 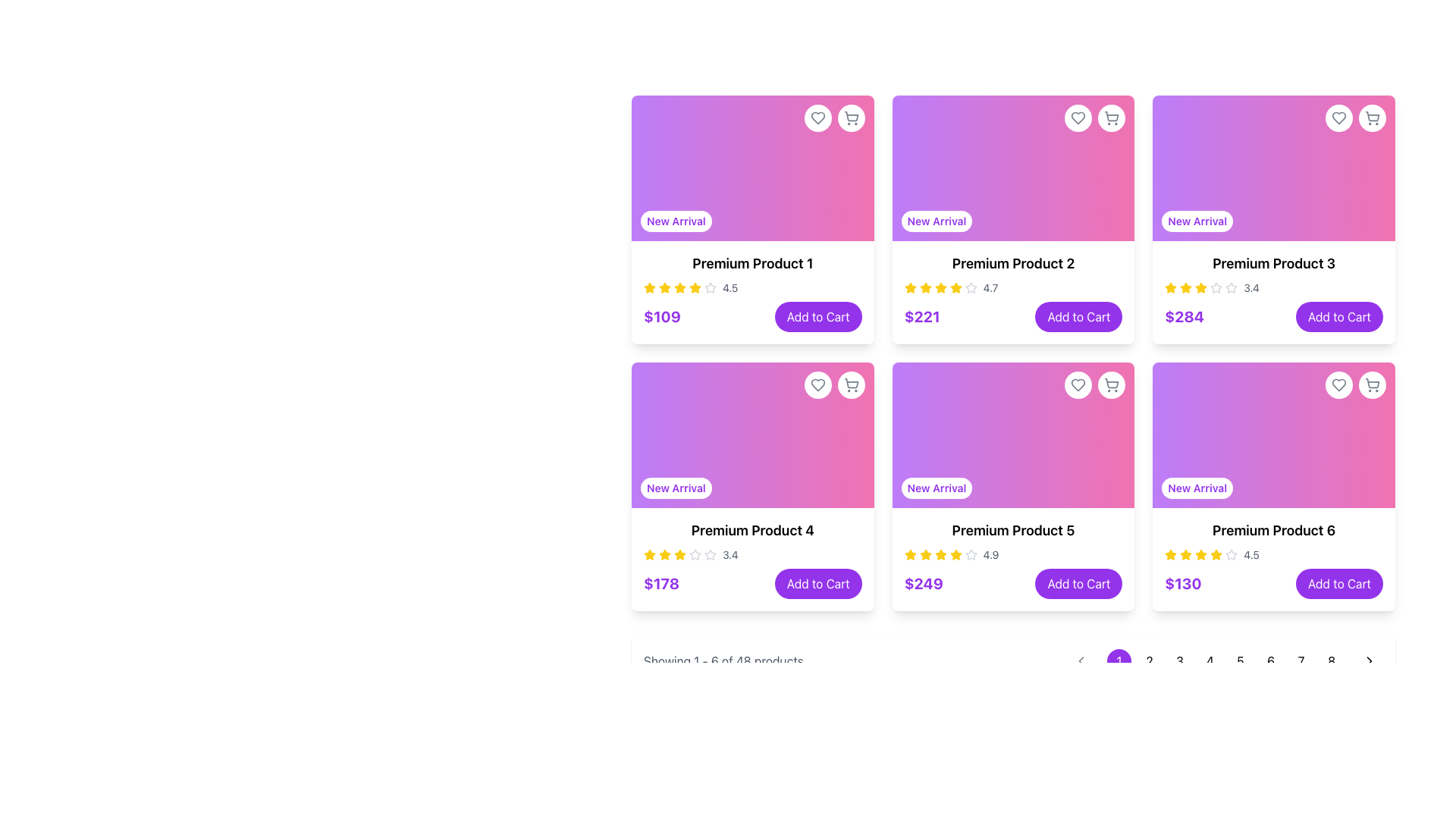 I want to click on the fifth star icon in the rating system for 'Premium Product 5', which visually represents a fraction of the overall rating and is located above the text '4.9', so click(x=971, y=554).